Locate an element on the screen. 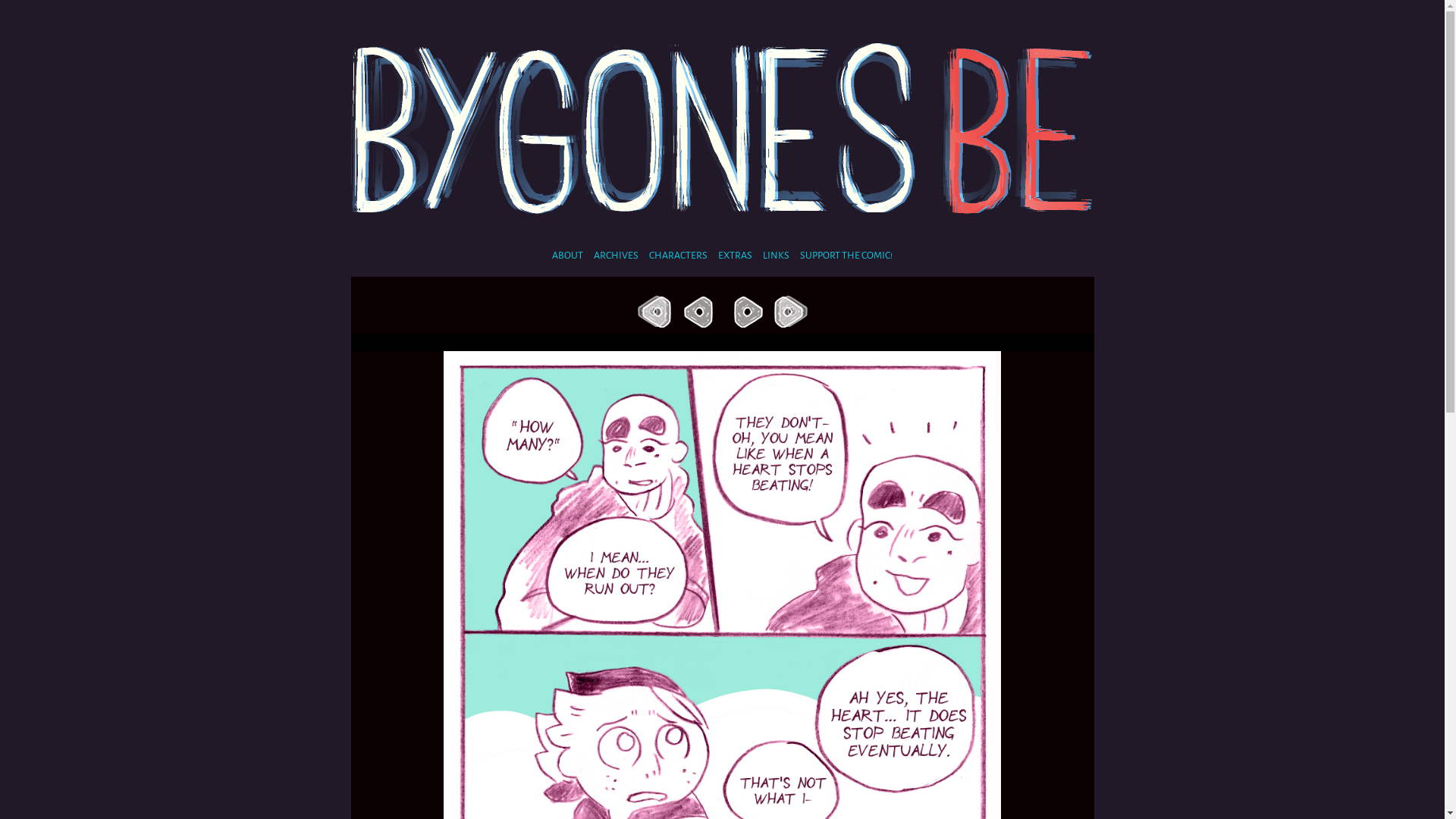 The width and height of the screenshot is (1456, 819). 'SUPPORT THE COMIC!' is located at coordinates (846, 255).